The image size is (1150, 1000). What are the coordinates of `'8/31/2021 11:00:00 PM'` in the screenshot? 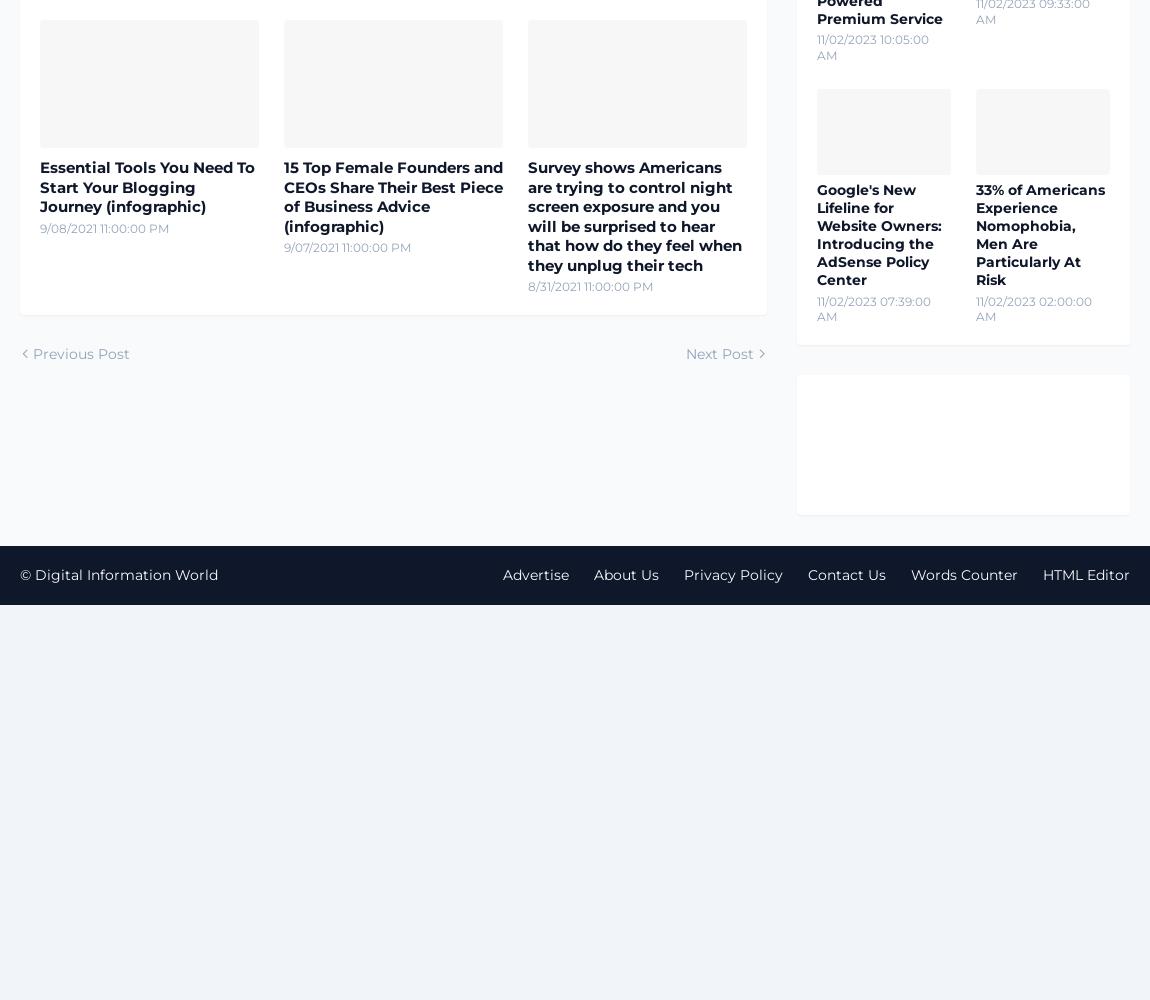 It's located at (589, 286).